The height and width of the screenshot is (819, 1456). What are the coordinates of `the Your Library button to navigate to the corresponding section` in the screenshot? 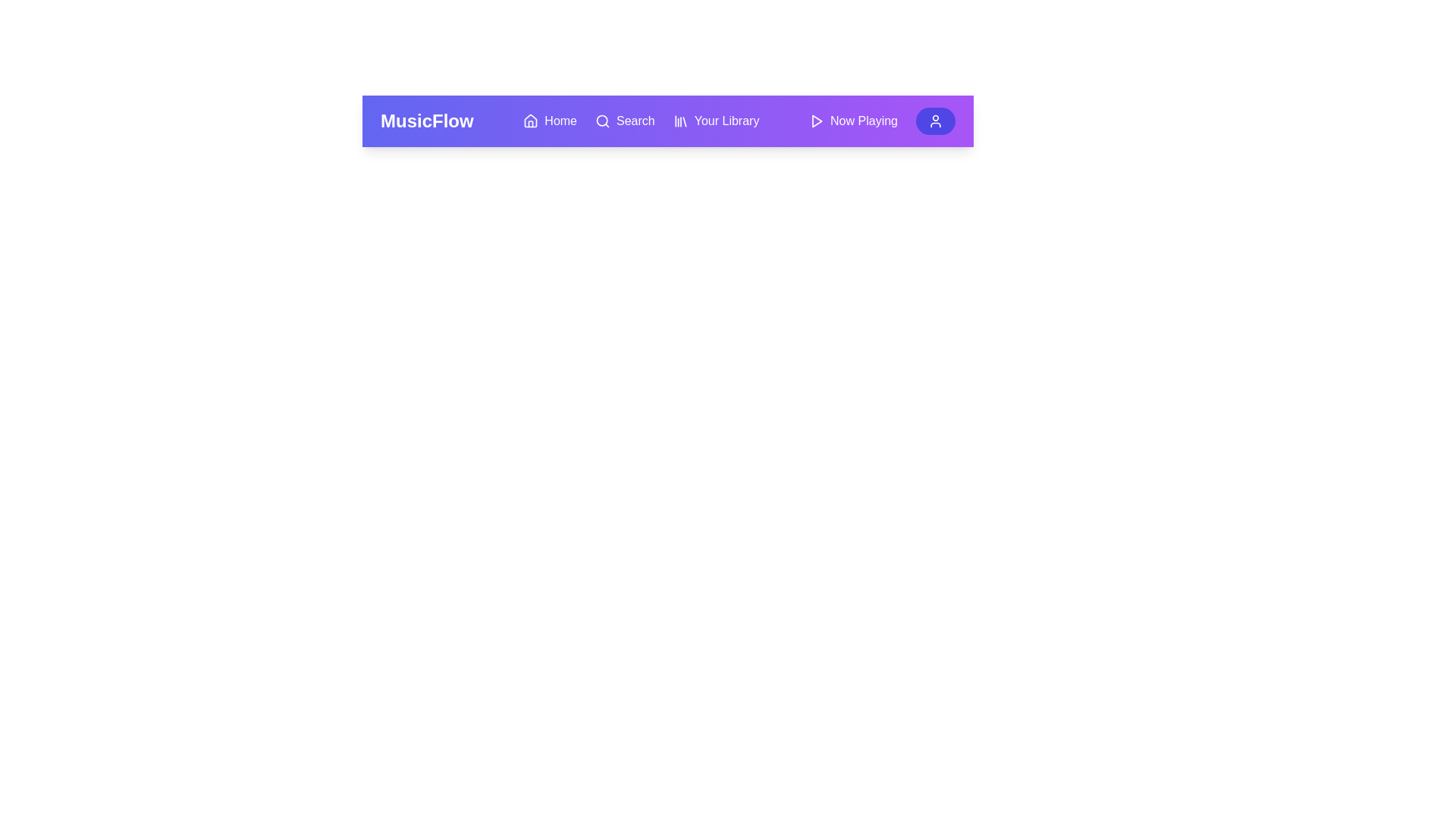 It's located at (715, 120).